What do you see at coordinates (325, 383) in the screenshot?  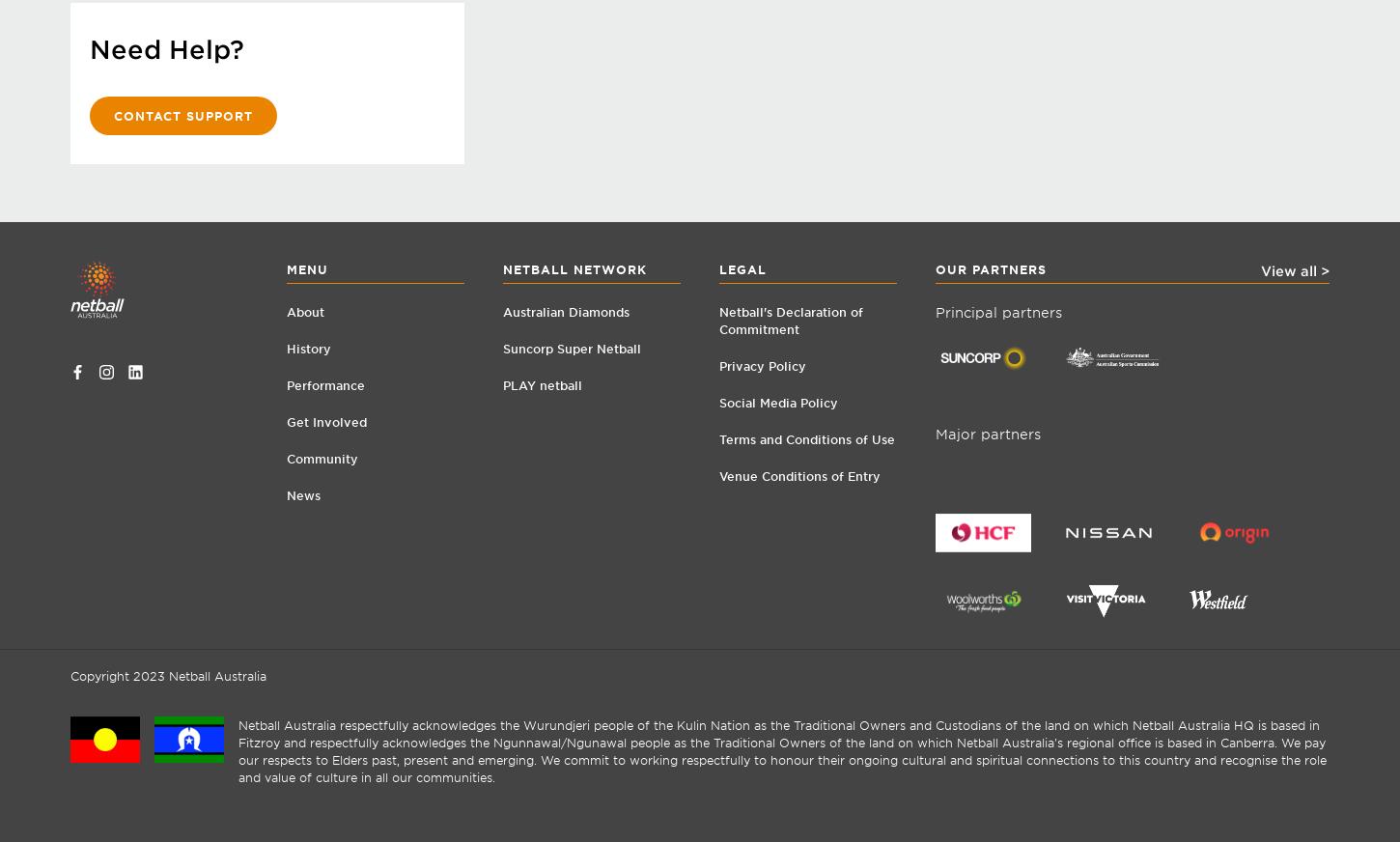 I see `'Performance'` at bounding box center [325, 383].